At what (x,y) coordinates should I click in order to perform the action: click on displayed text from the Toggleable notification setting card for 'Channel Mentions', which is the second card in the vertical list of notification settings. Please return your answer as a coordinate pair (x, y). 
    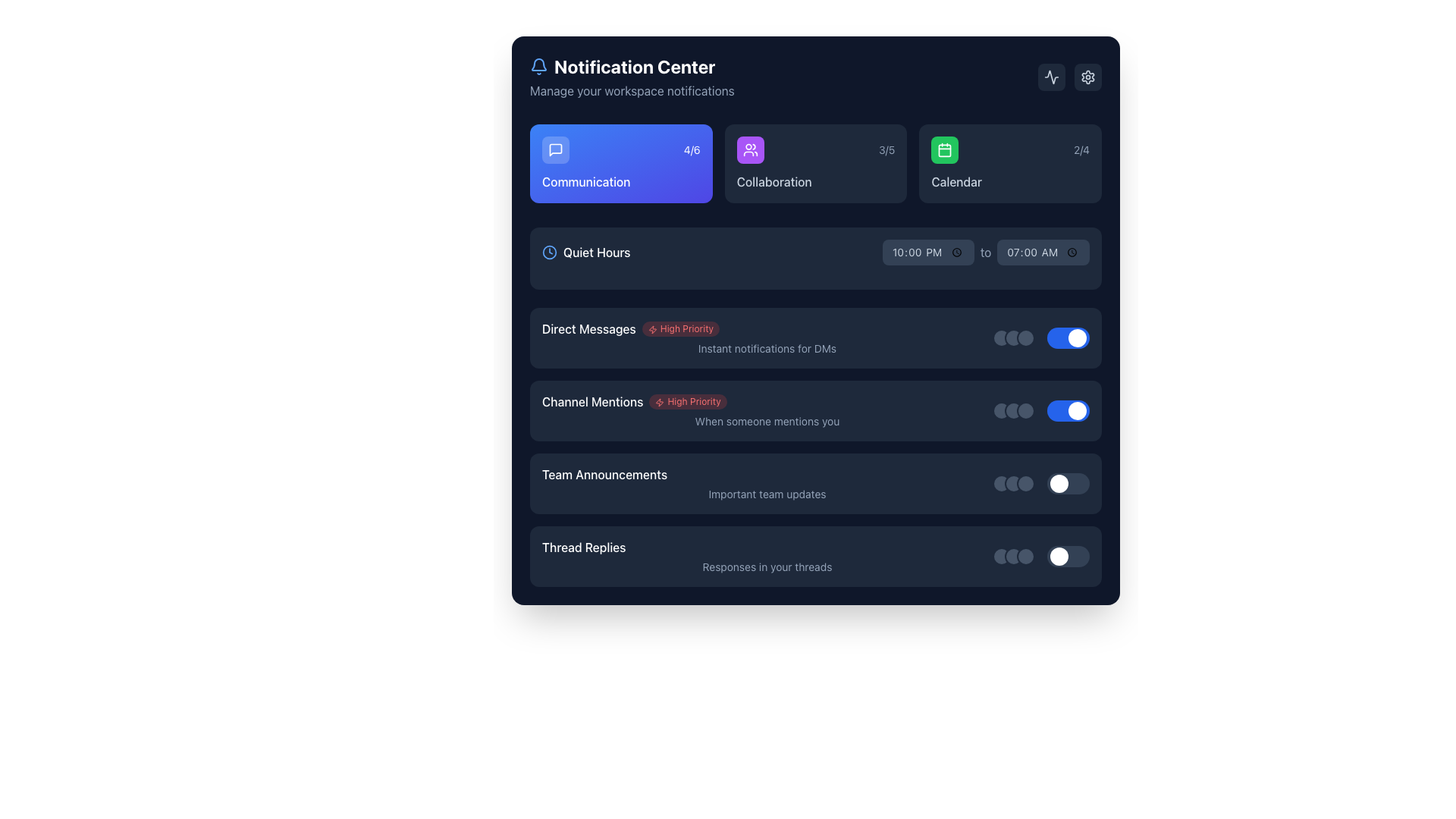
    Looking at the image, I should click on (814, 411).